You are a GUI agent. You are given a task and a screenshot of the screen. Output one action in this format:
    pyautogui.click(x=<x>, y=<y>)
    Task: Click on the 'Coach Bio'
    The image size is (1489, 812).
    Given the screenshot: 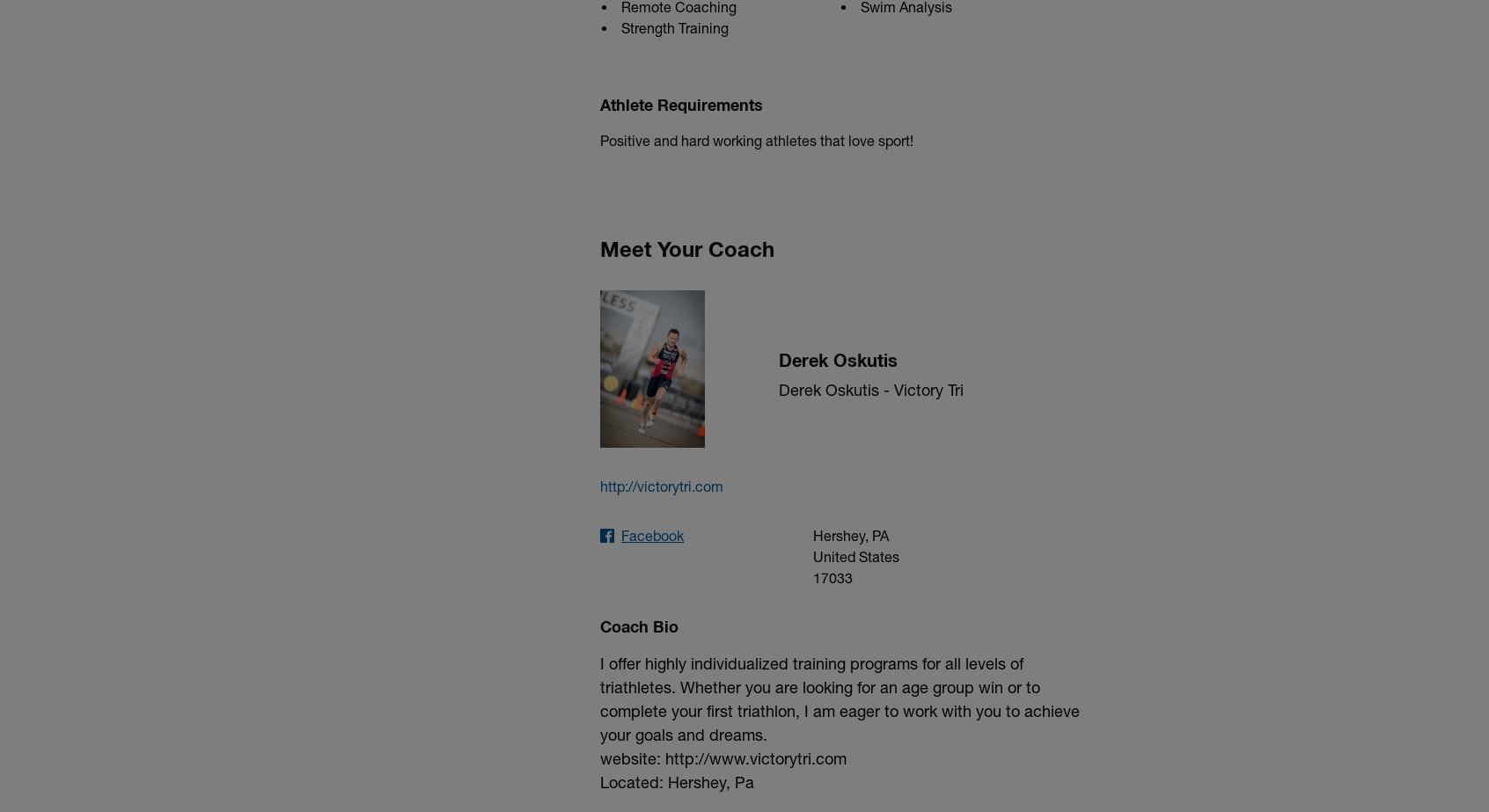 What is the action you would take?
    pyautogui.click(x=638, y=624)
    